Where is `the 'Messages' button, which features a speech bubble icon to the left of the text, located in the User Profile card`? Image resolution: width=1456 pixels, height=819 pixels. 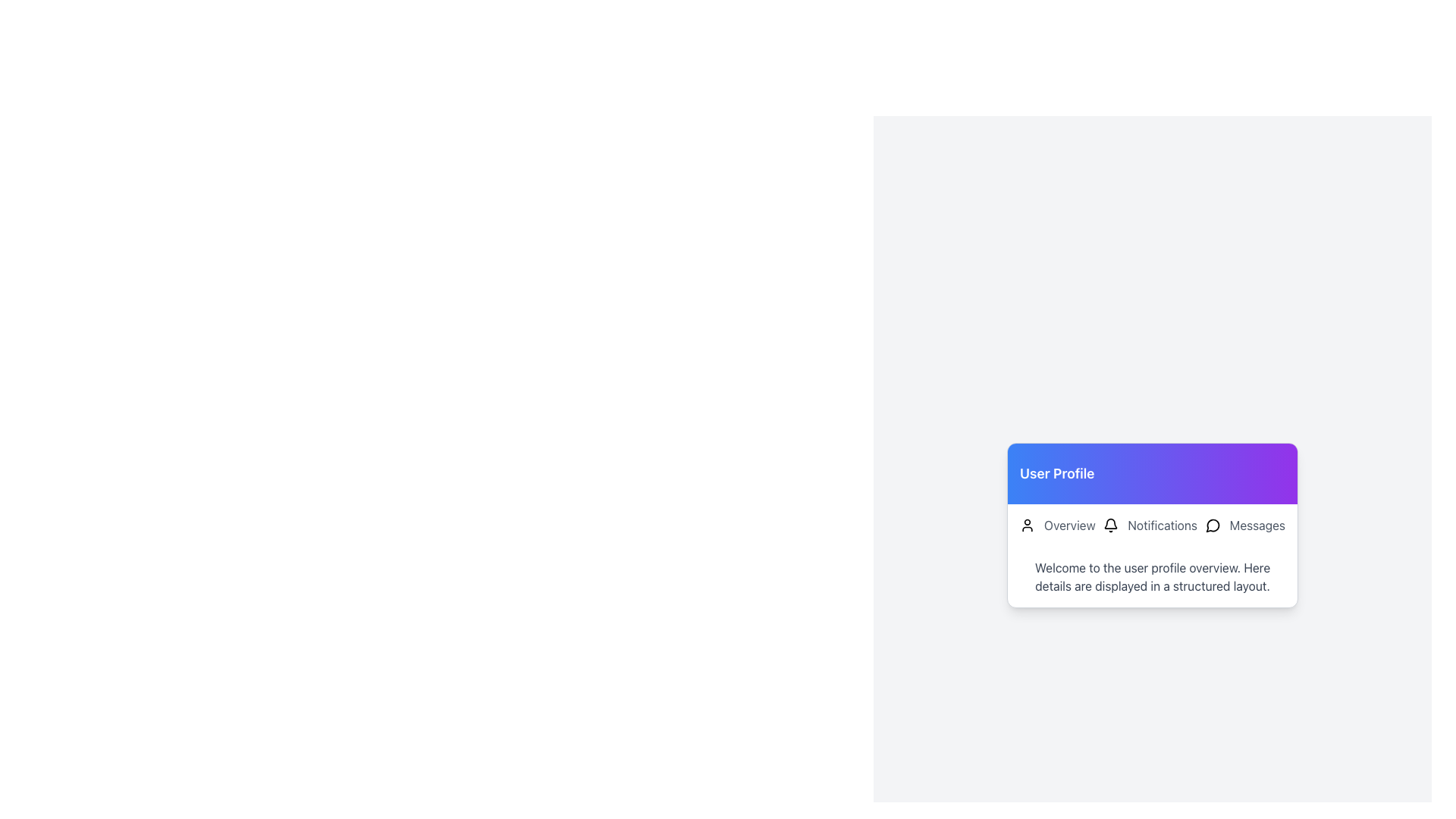
the 'Messages' button, which features a speech bubble icon to the left of the text, located in the User Profile card is located at coordinates (1245, 525).